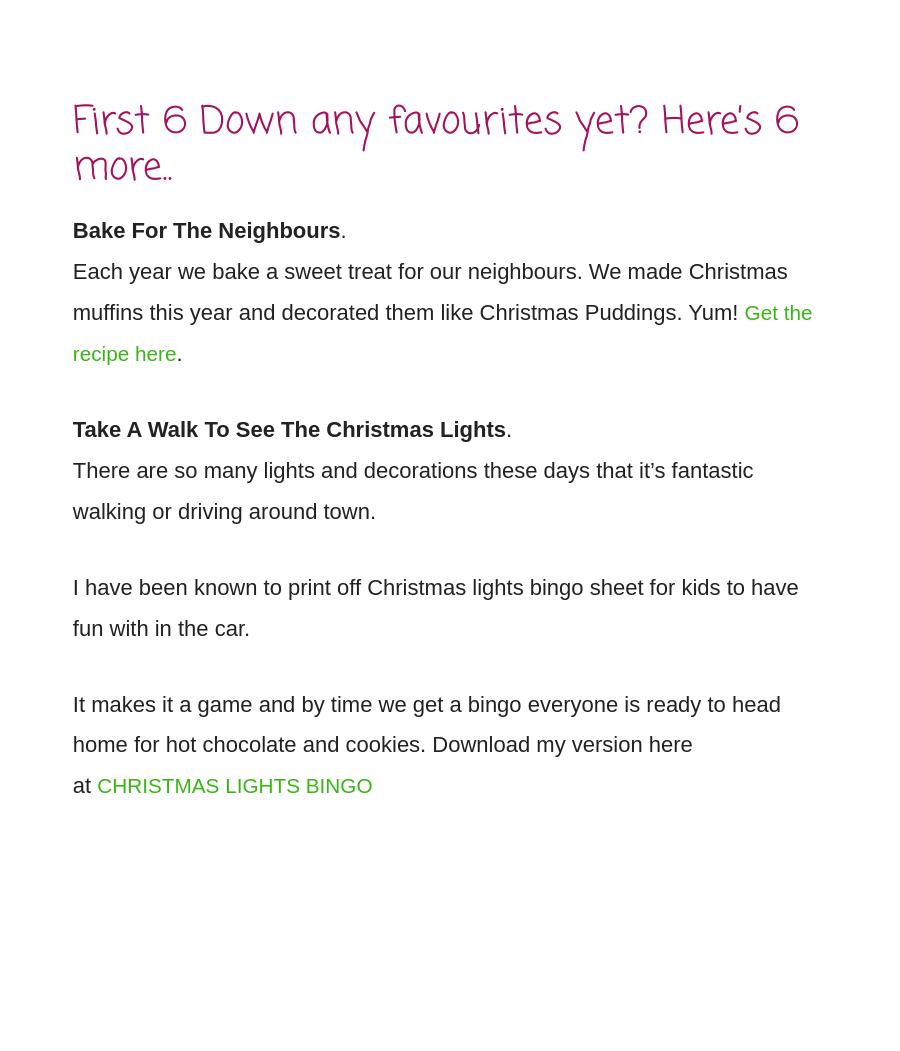 The width and height of the screenshot is (900, 1051). Describe the element at coordinates (434, 594) in the screenshot. I see `'I have been known to print off Christmas lights bingo sheet for kids to have fun with in the car.'` at that location.